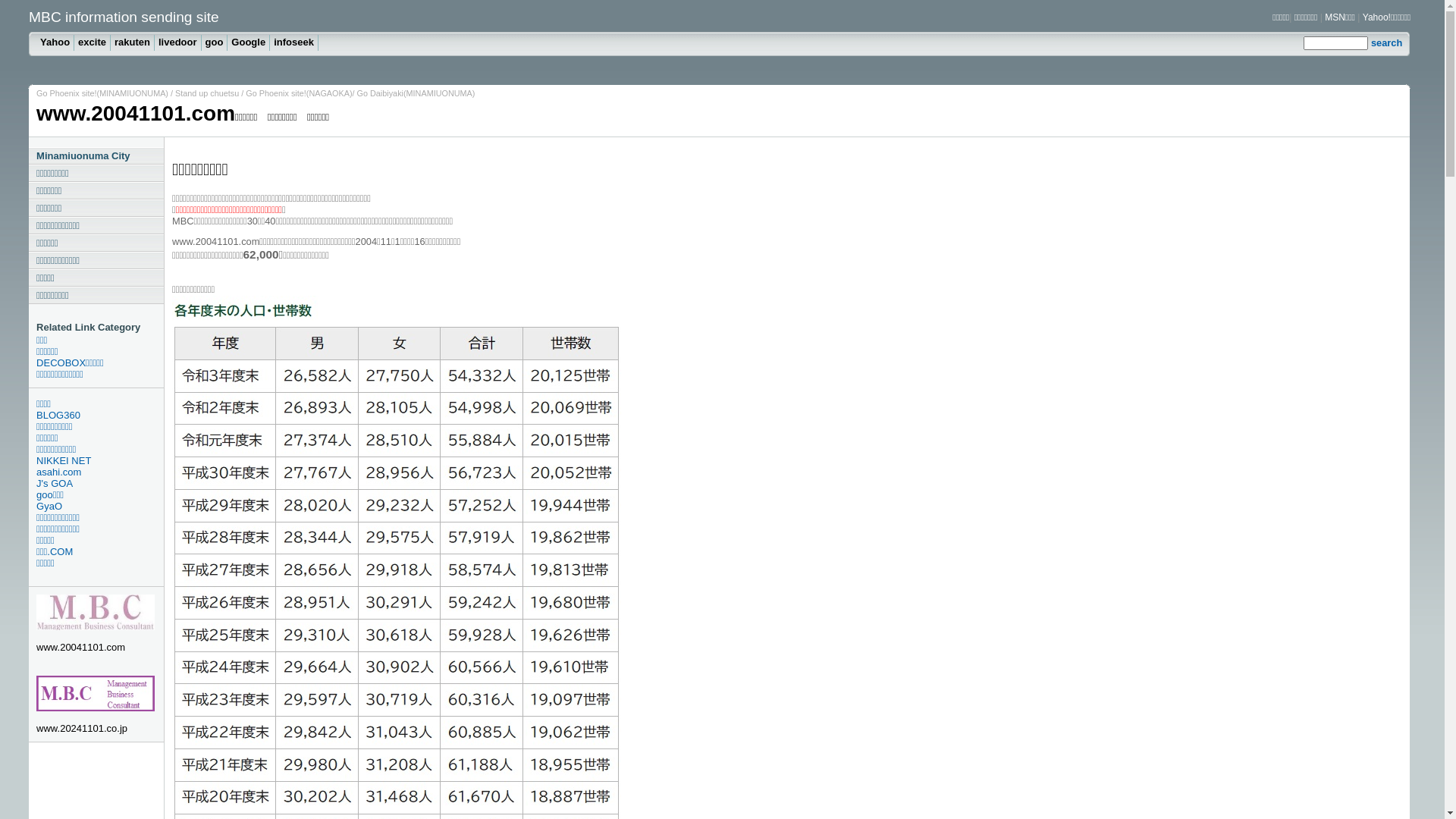 The image size is (1456, 819). Describe the element at coordinates (416, 93) in the screenshot. I see `'Go Daibiyaki(MINAMIUONUMA)'` at that location.